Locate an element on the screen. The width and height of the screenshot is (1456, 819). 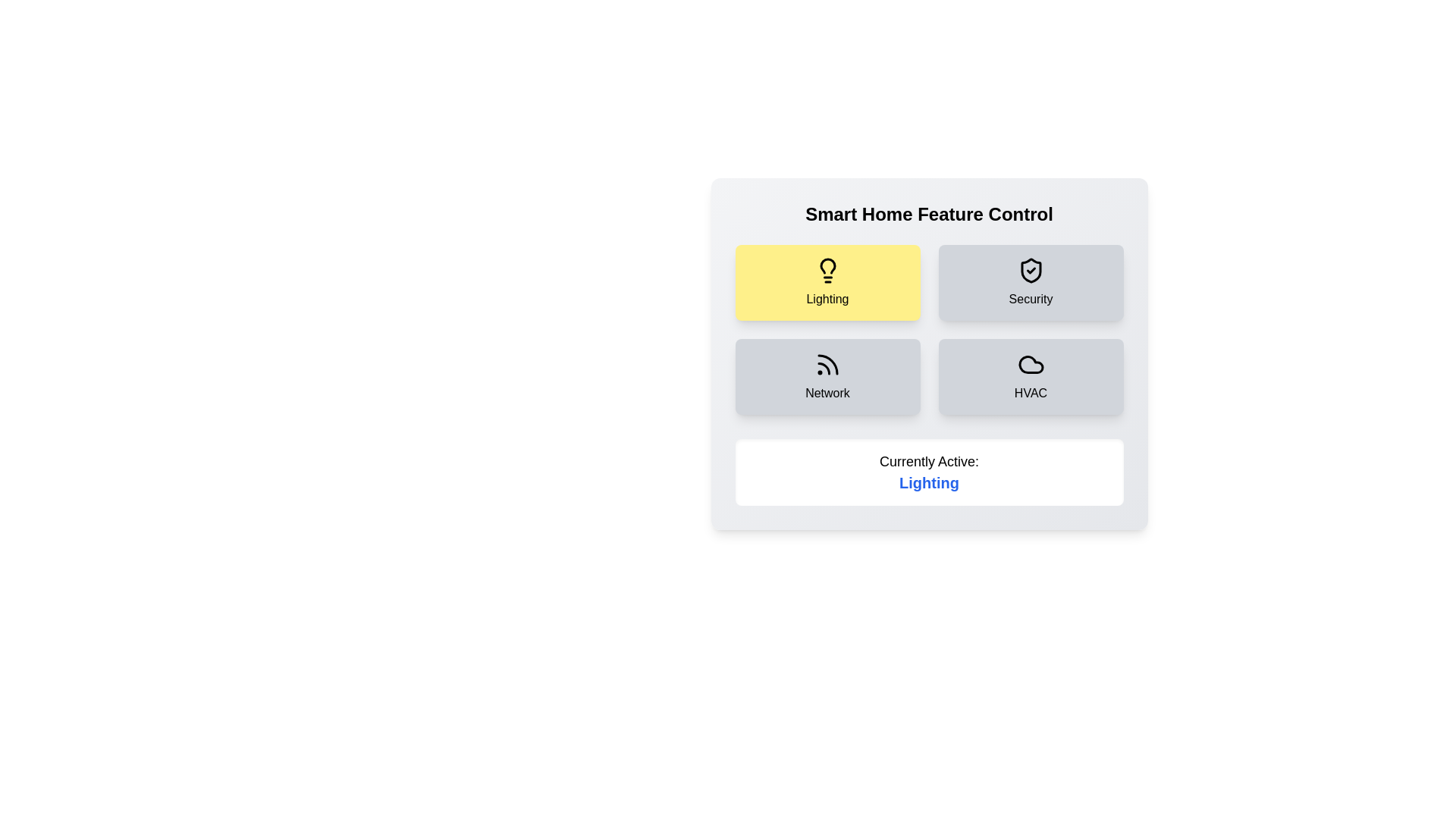
the button corresponding to the feature Network is located at coordinates (827, 376).